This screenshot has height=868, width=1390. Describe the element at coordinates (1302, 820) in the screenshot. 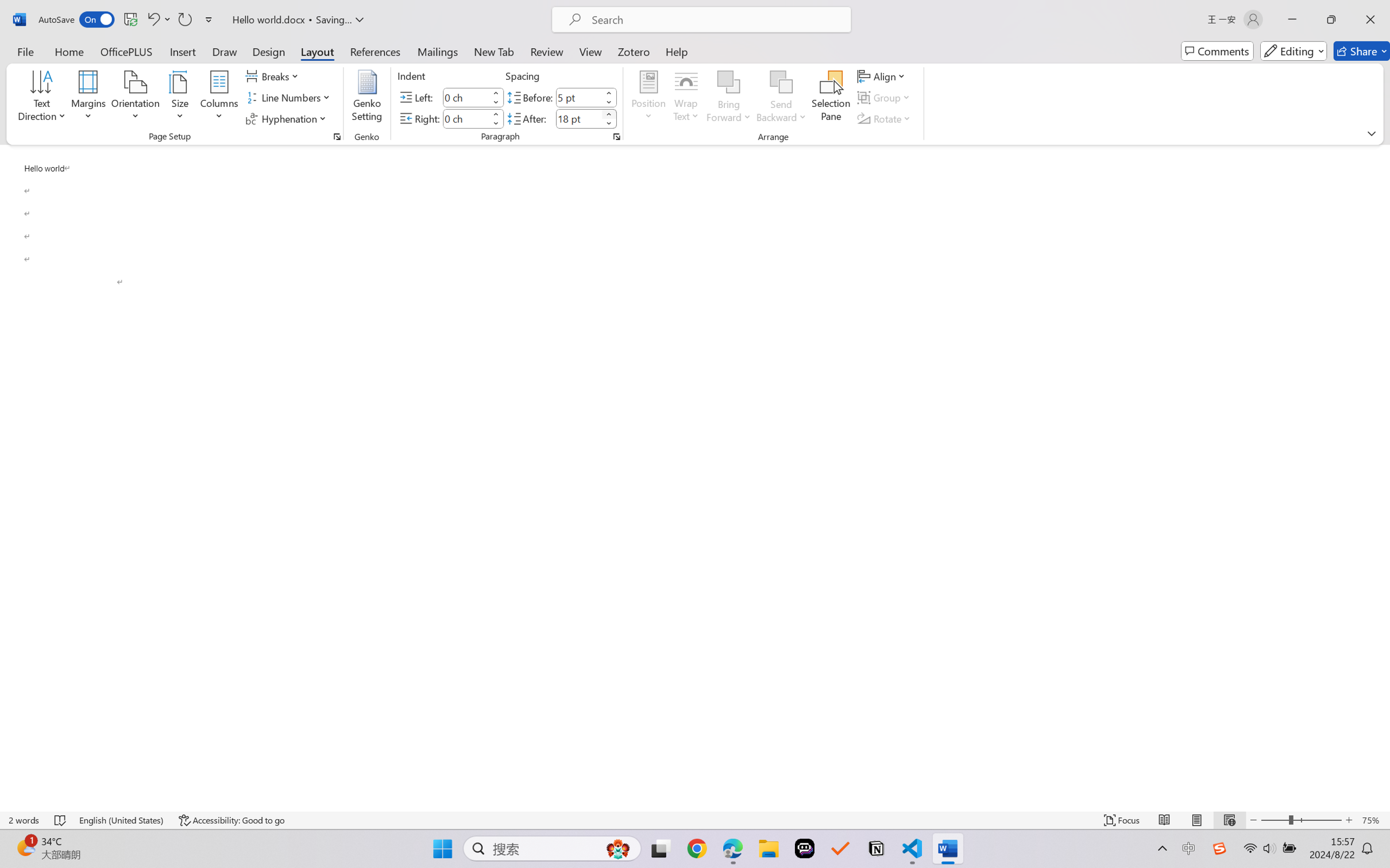

I see `'Zoom'` at that location.